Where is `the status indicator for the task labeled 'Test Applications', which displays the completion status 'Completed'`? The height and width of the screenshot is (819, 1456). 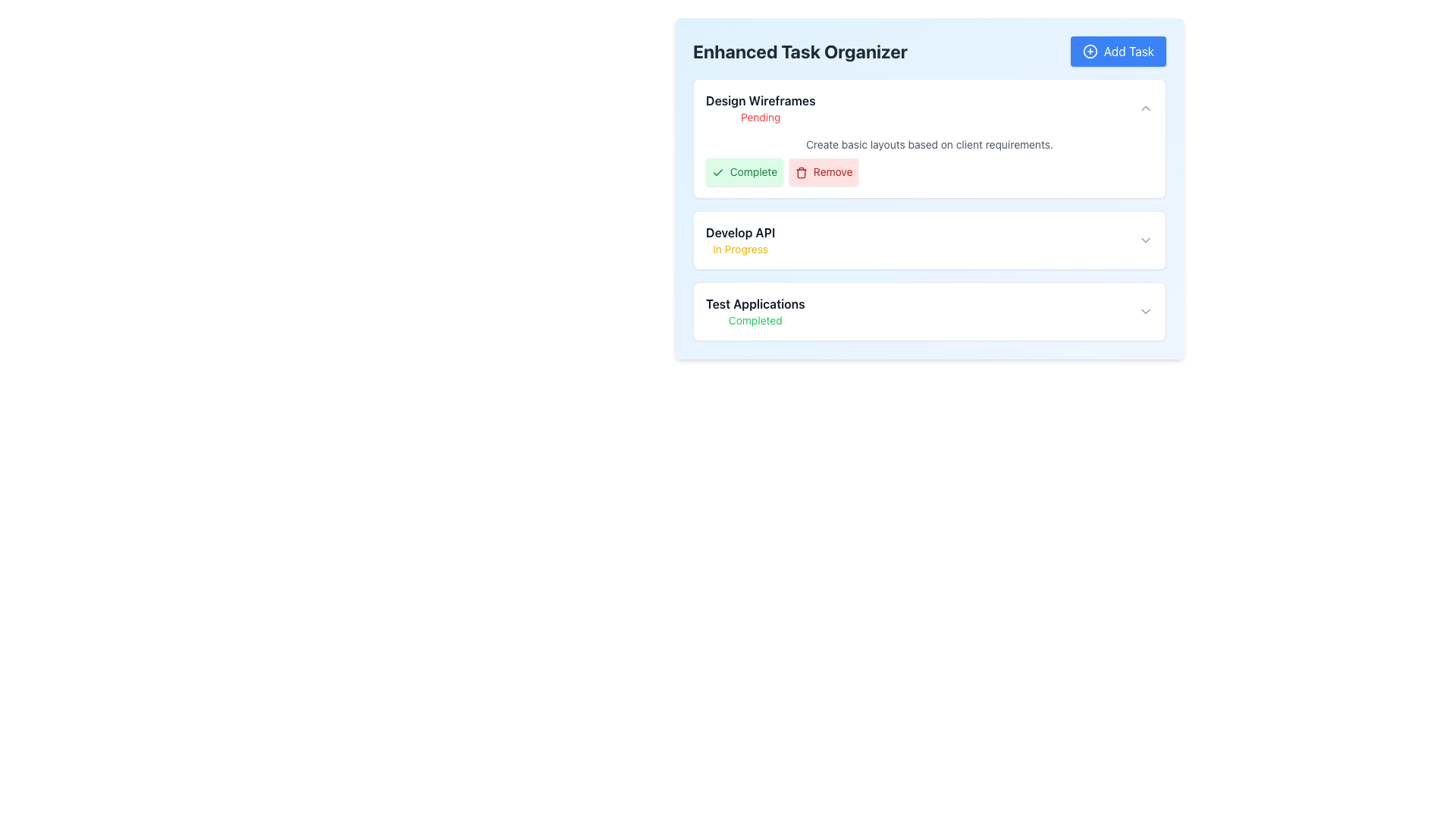 the status indicator for the task labeled 'Test Applications', which displays the completion status 'Completed' is located at coordinates (928, 311).